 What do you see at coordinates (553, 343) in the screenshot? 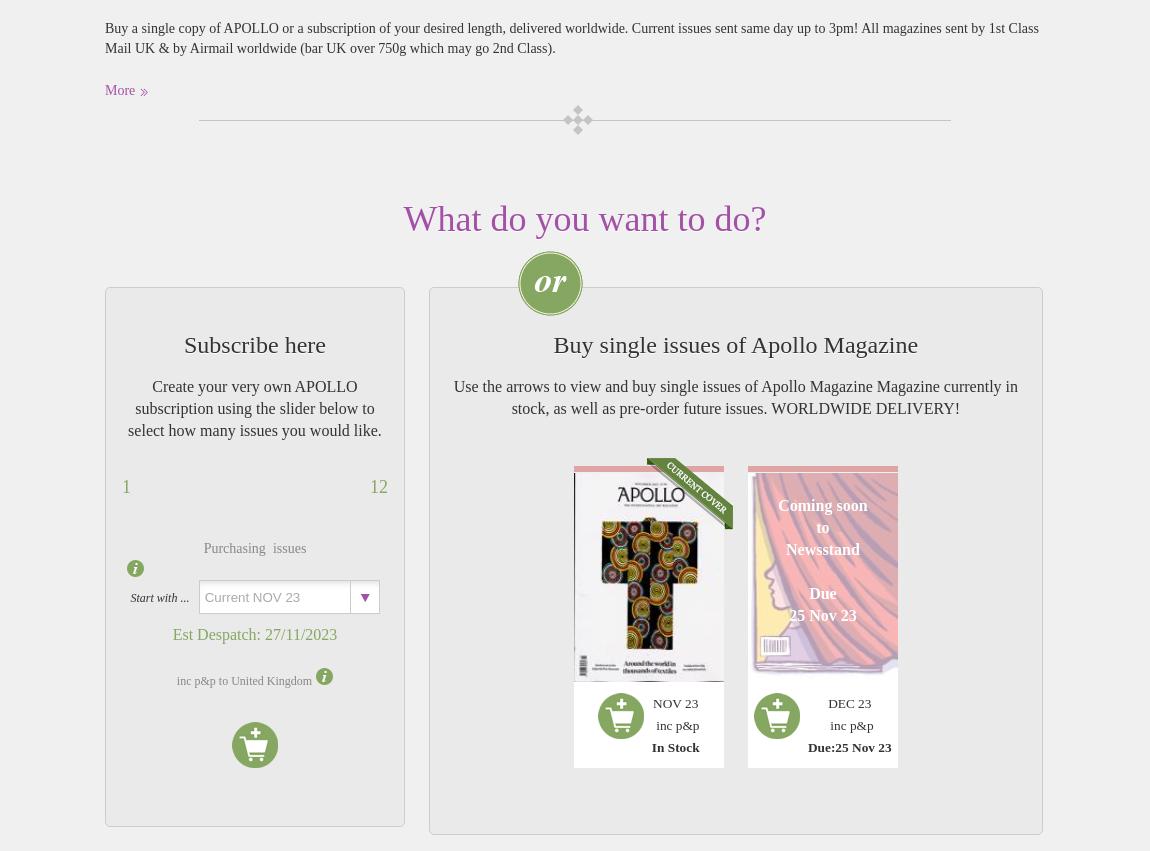
I see `'Buy single issues of Apollo Magazine'` at bounding box center [553, 343].